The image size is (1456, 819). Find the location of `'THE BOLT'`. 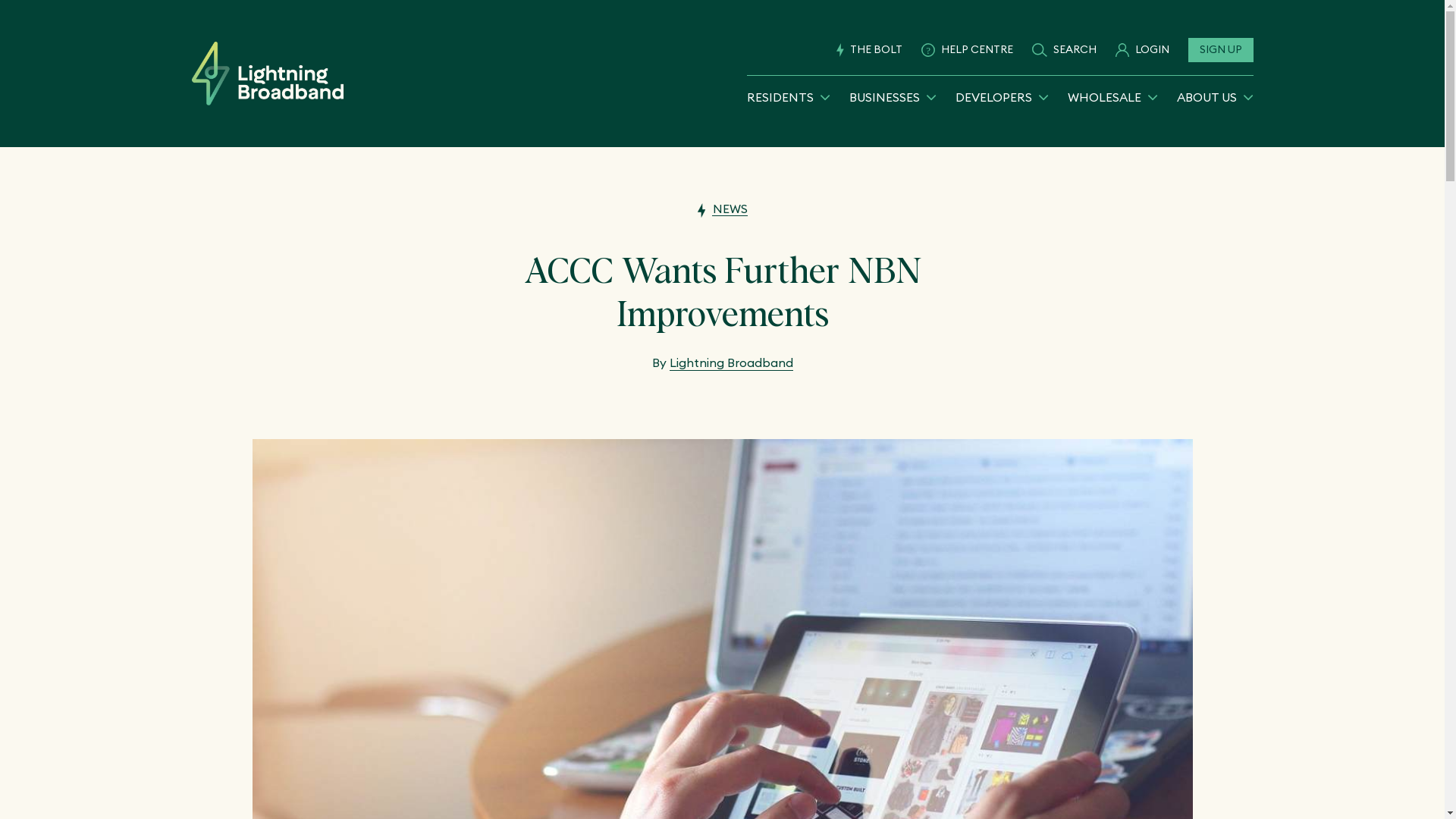

'THE BOLT' is located at coordinates (869, 49).